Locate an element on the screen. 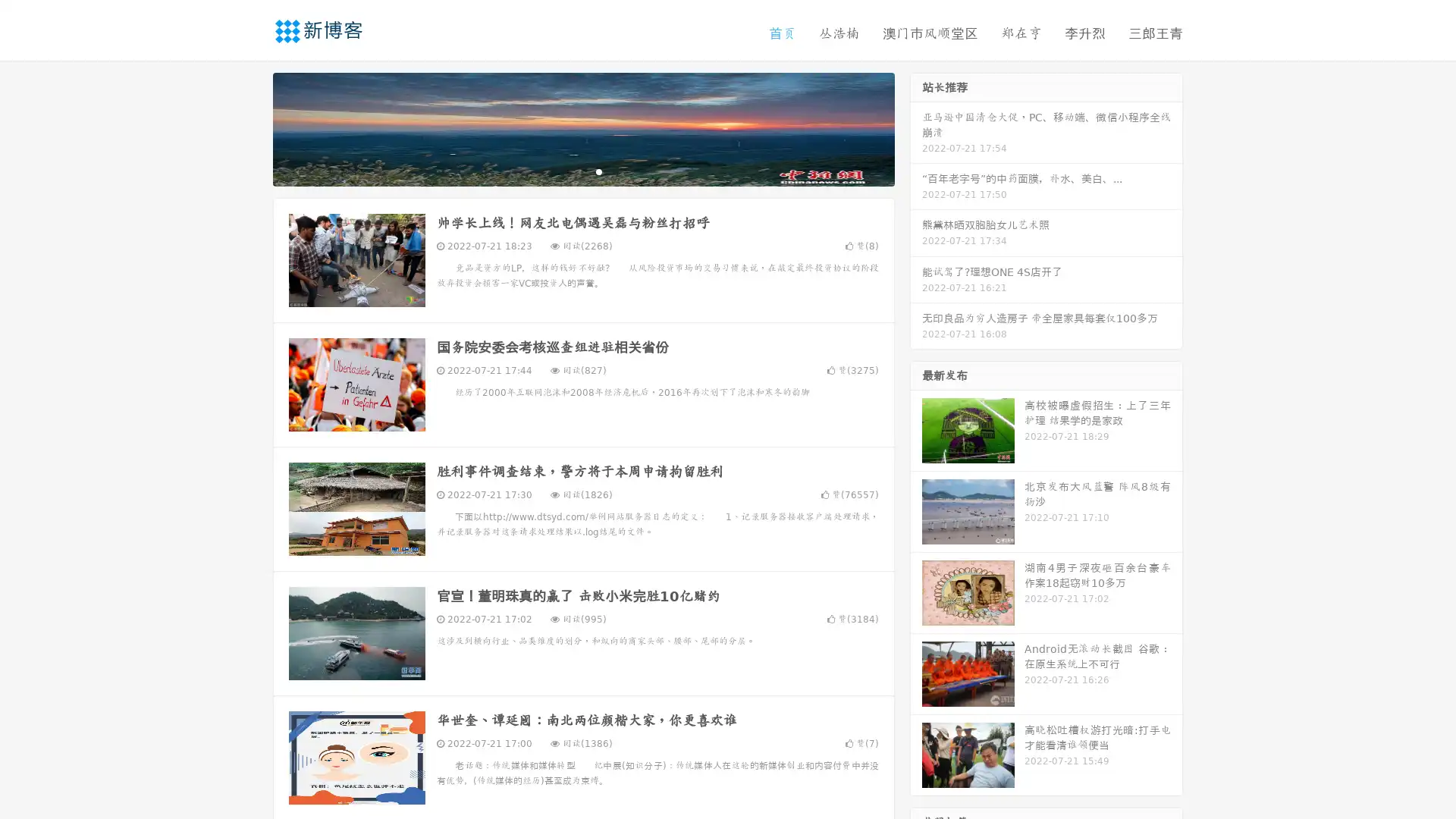 The height and width of the screenshot is (819, 1456). Previous slide is located at coordinates (250, 127).